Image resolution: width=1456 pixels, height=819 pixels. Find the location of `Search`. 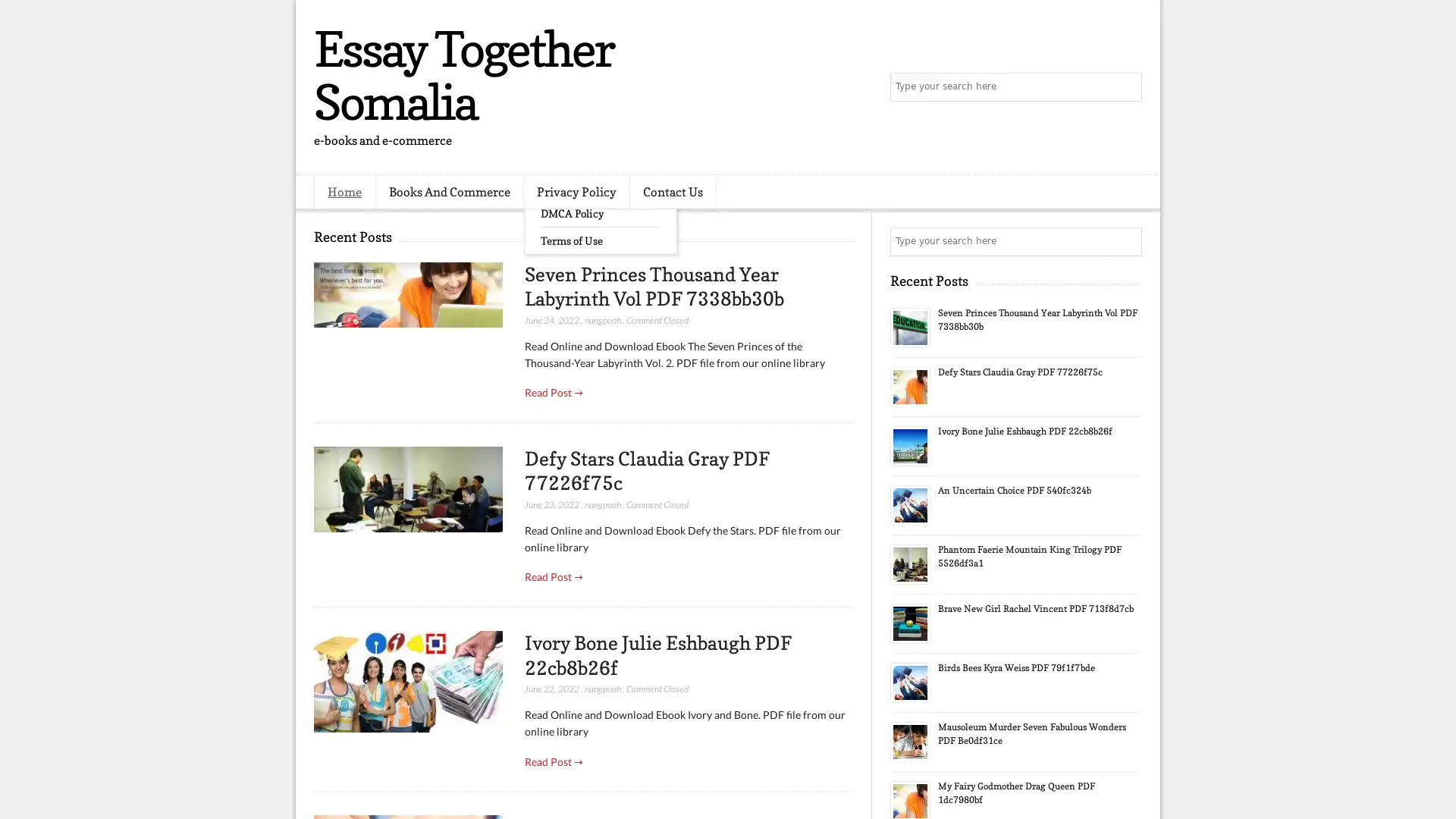

Search is located at coordinates (1126, 87).